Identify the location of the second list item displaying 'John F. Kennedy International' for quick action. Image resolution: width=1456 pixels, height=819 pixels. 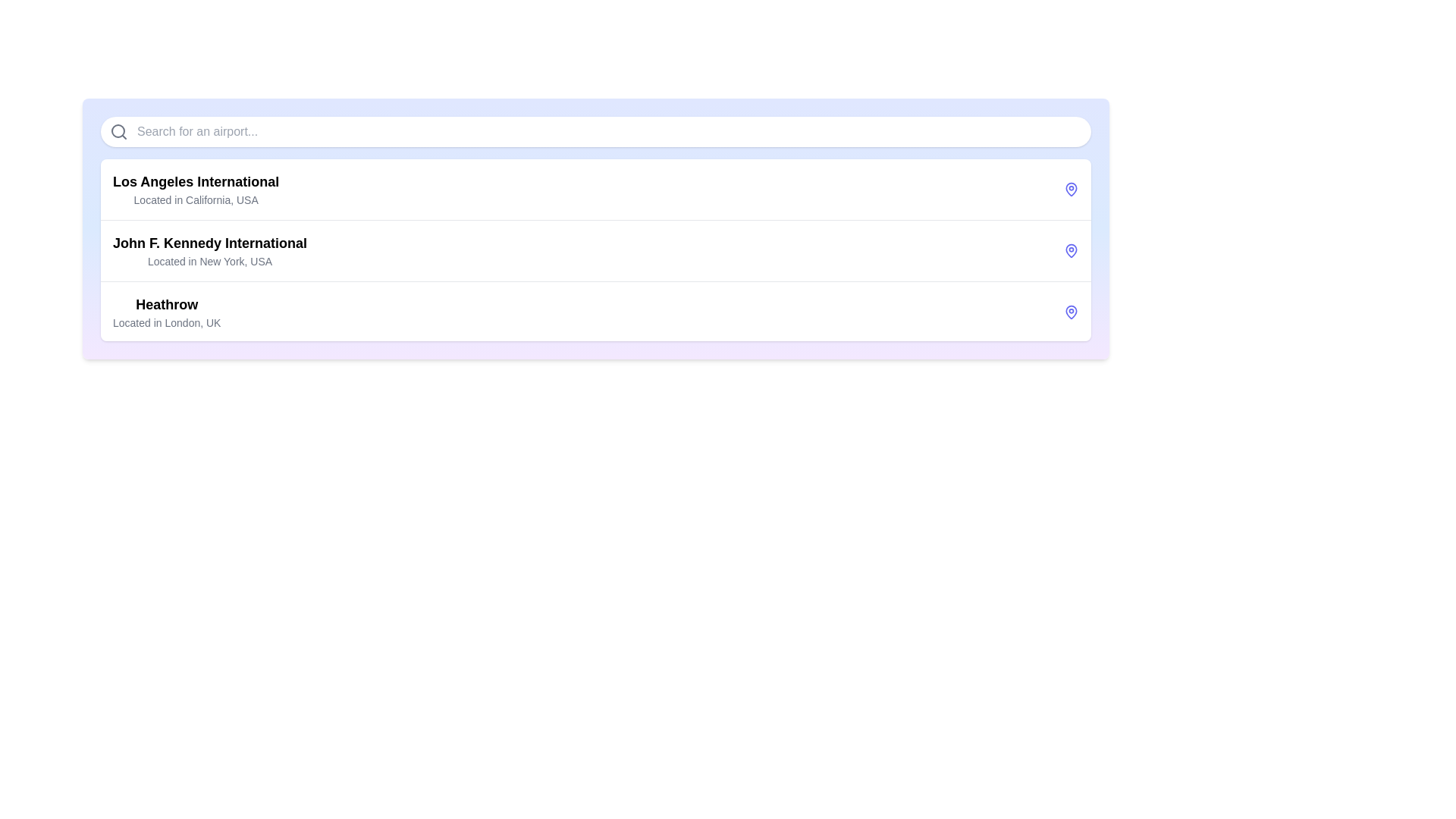
(595, 249).